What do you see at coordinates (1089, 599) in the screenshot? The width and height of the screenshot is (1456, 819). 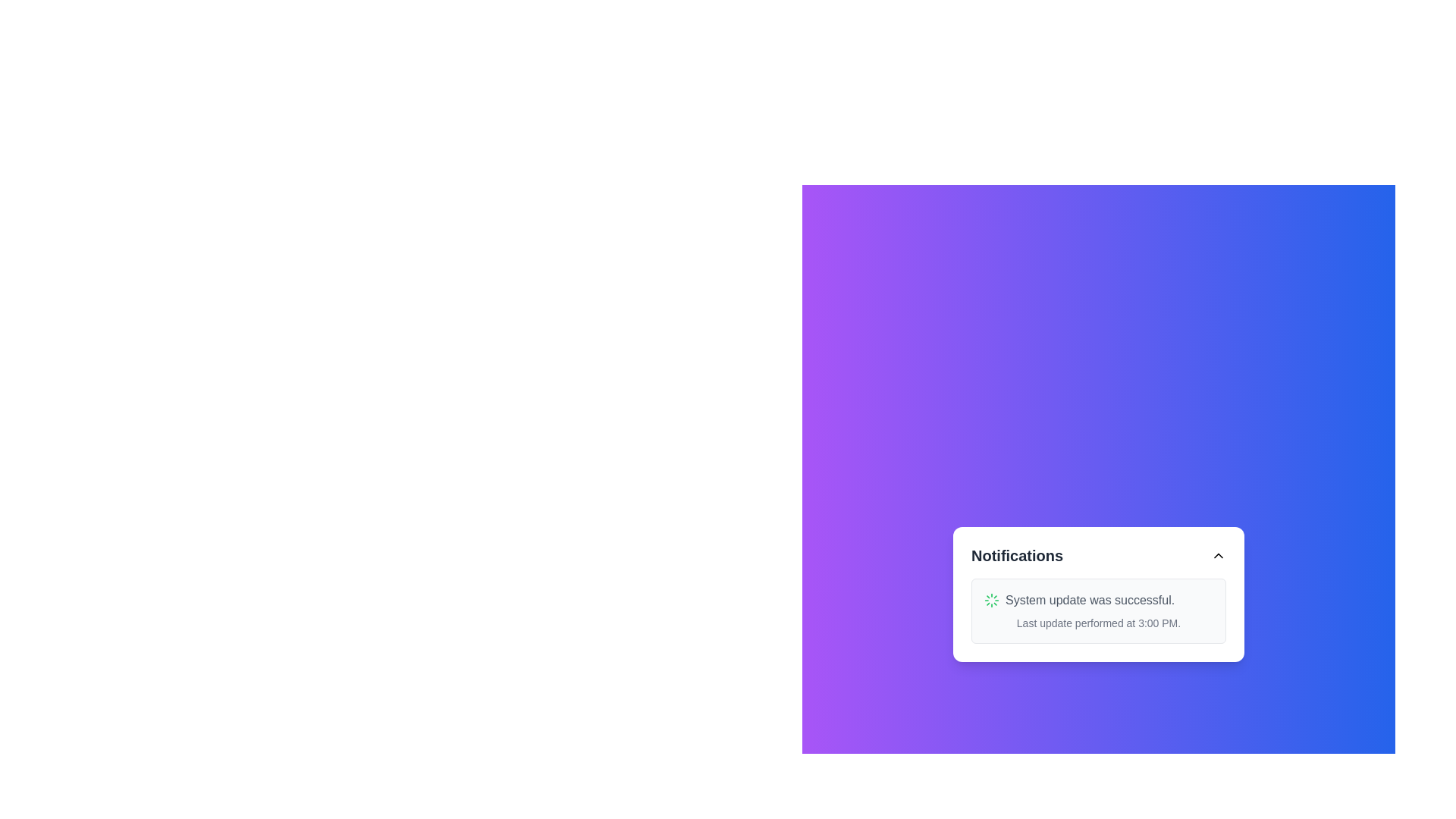 I see `confirmation message displayed in the Text Label within the Notifications section, which informs the user of the successful completion of a system update` at bounding box center [1089, 599].